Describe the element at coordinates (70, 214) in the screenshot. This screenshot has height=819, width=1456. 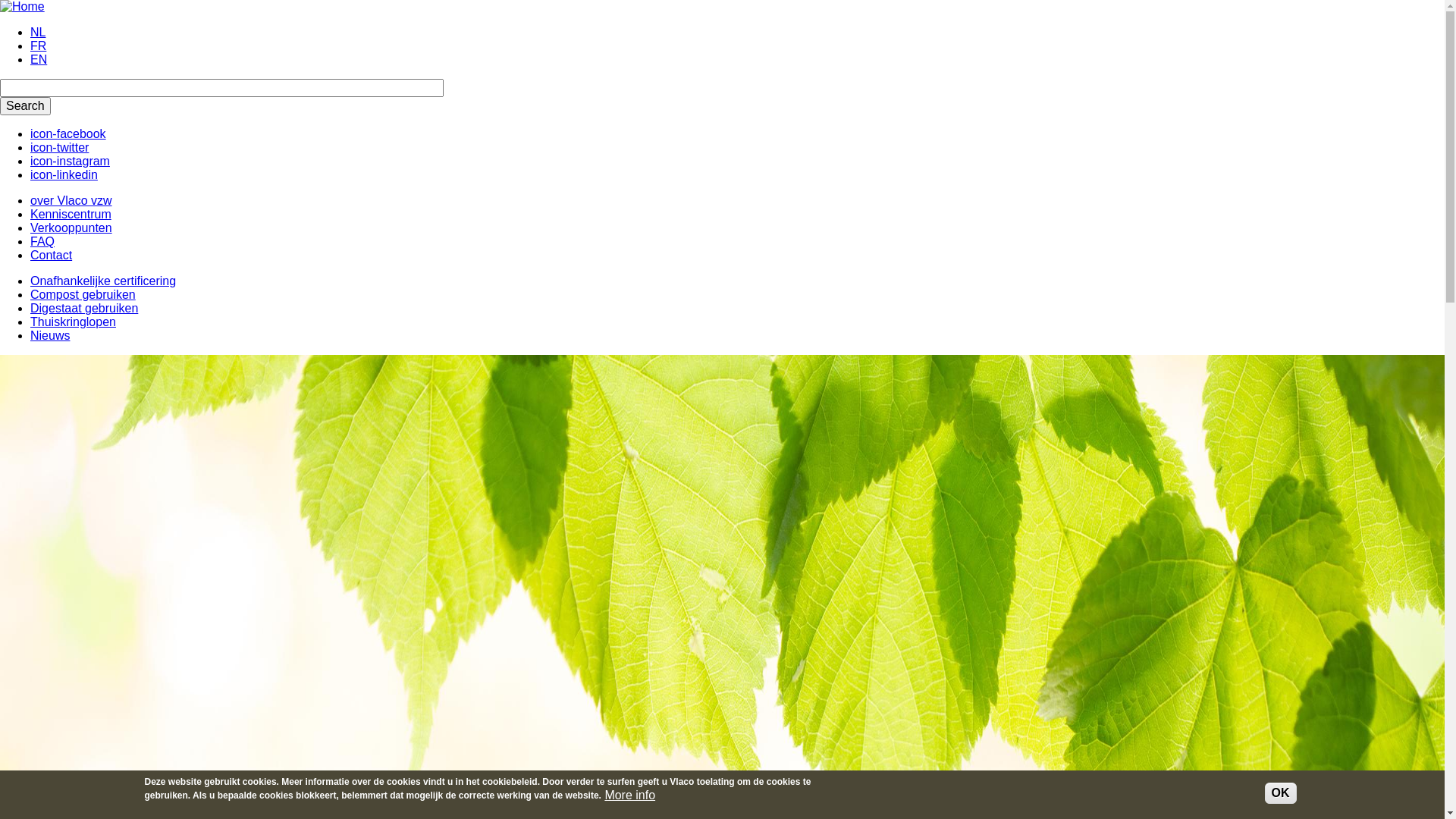
I see `'Kenniscentrum'` at that location.